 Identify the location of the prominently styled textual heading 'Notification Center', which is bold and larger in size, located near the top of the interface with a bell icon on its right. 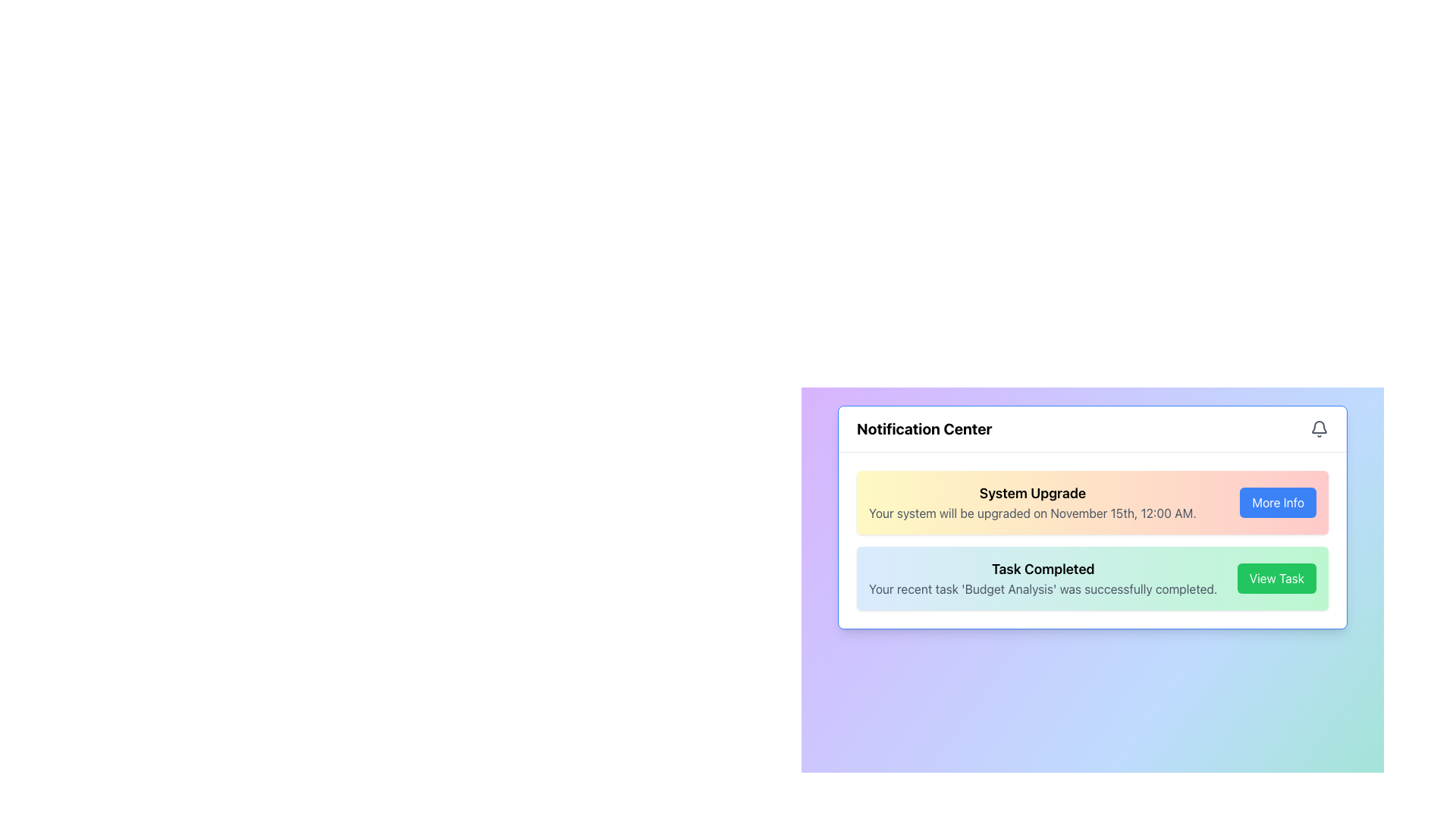
(924, 429).